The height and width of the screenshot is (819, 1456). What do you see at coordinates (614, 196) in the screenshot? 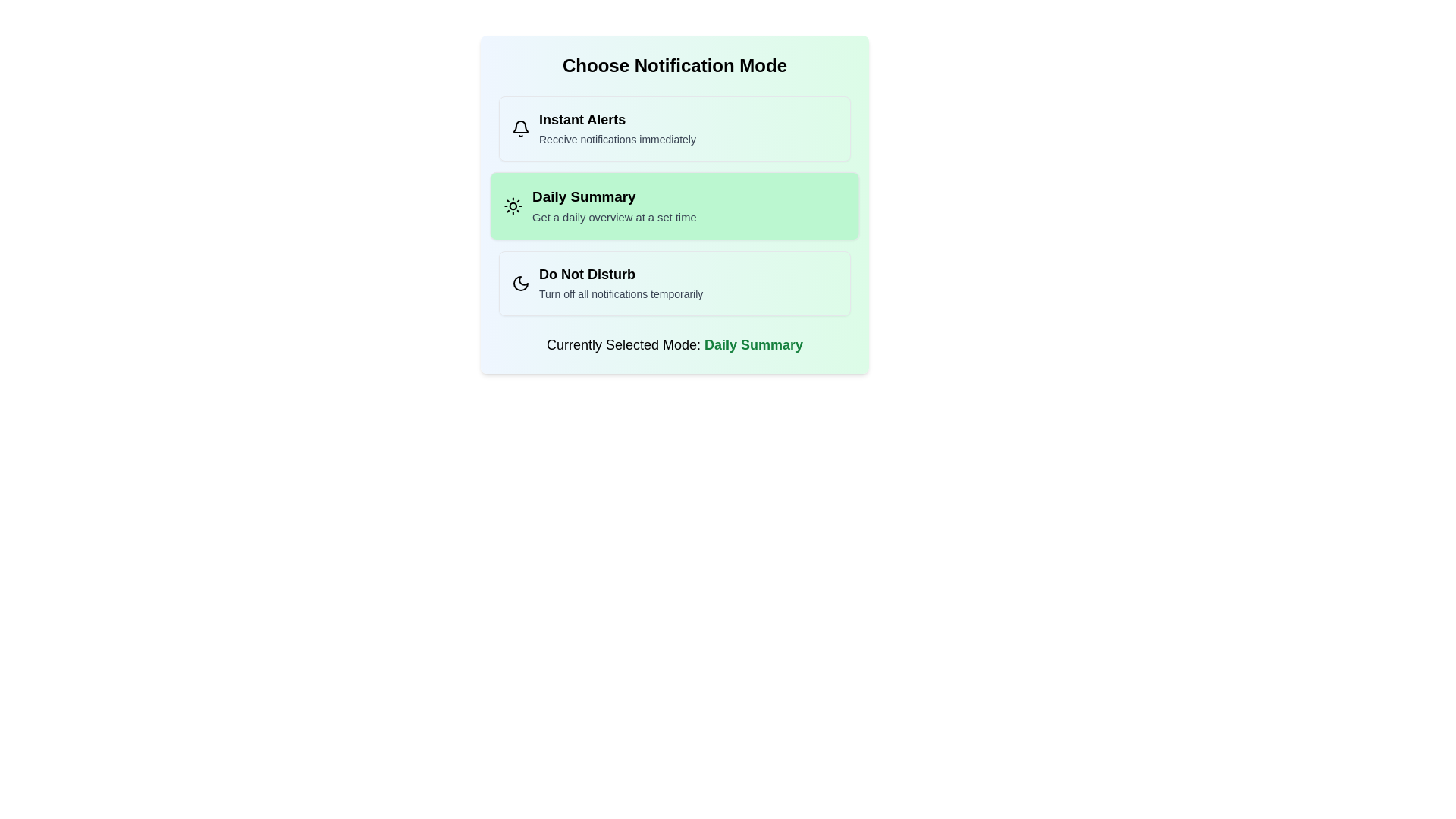
I see `'Daily Summary' textual header, which is prominently displayed in bold black font against a light green background` at bounding box center [614, 196].